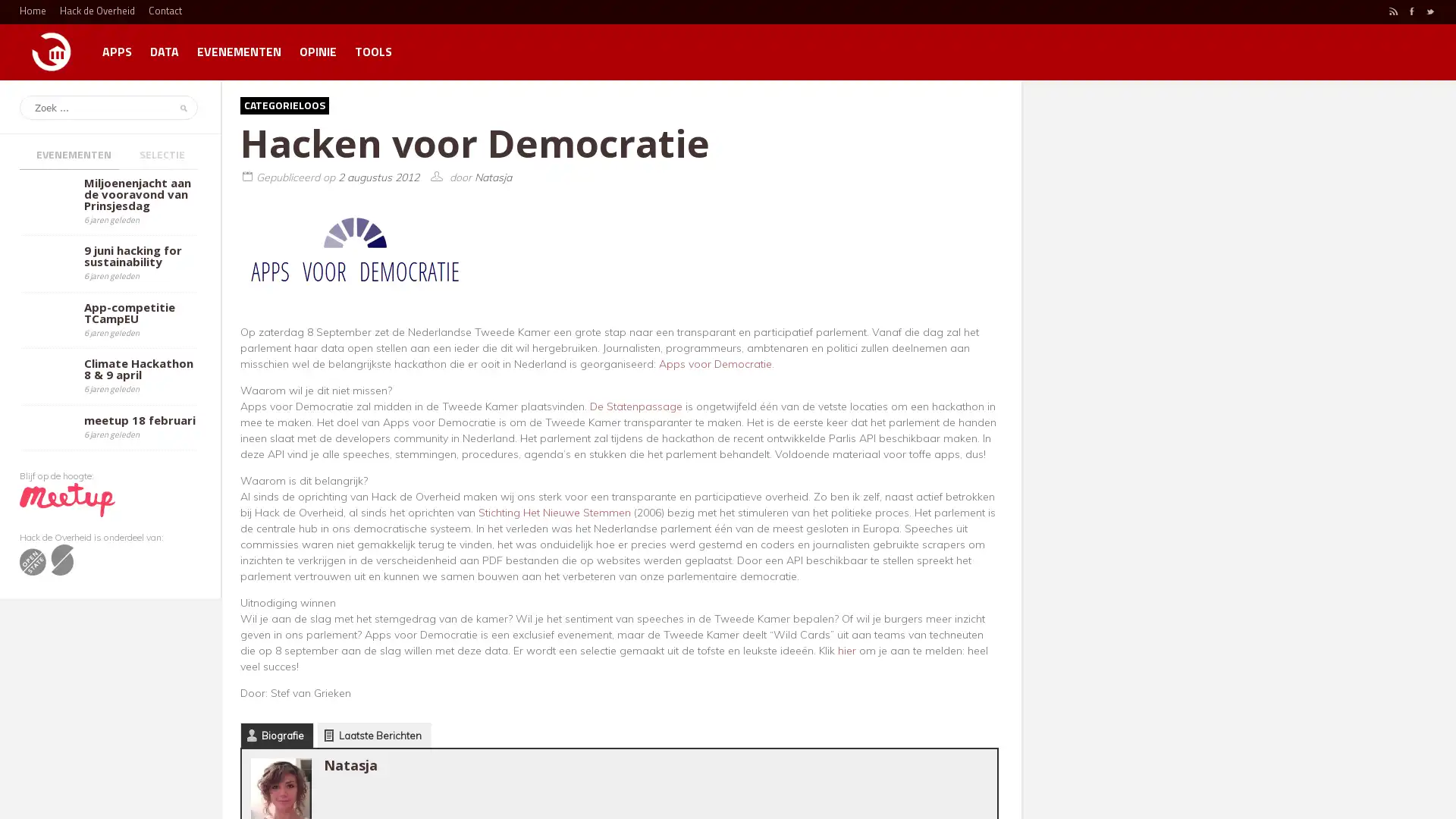 The height and width of the screenshot is (819, 1456). I want to click on Zoek, so click(181, 107).